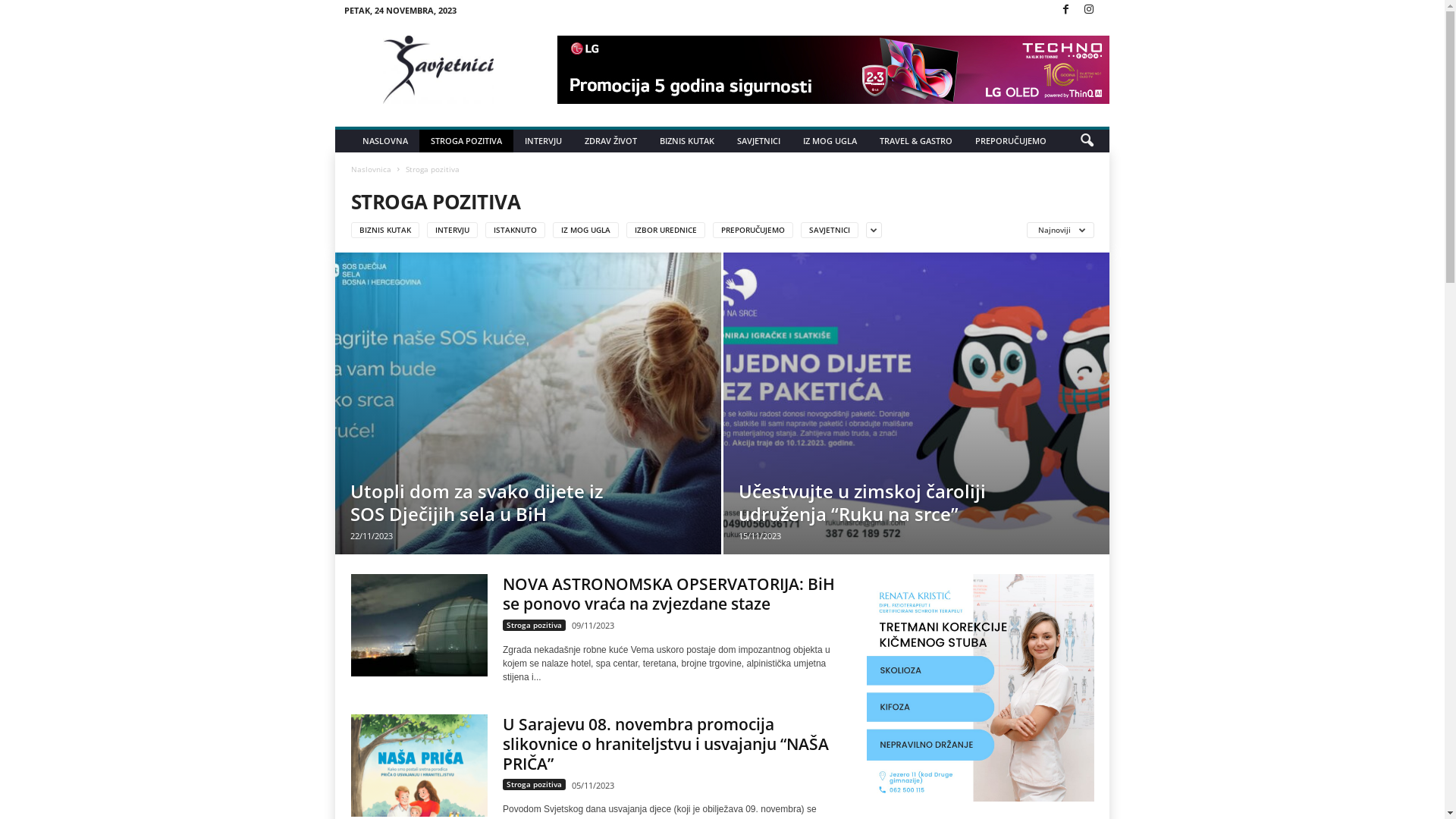 Image resolution: width=1456 pixels, height=819 pixels. What do you see at coordinates (915, 140) in the screenshot?
I see `'TRAVEL & GASTRO'` at bounding box center [915, 140].